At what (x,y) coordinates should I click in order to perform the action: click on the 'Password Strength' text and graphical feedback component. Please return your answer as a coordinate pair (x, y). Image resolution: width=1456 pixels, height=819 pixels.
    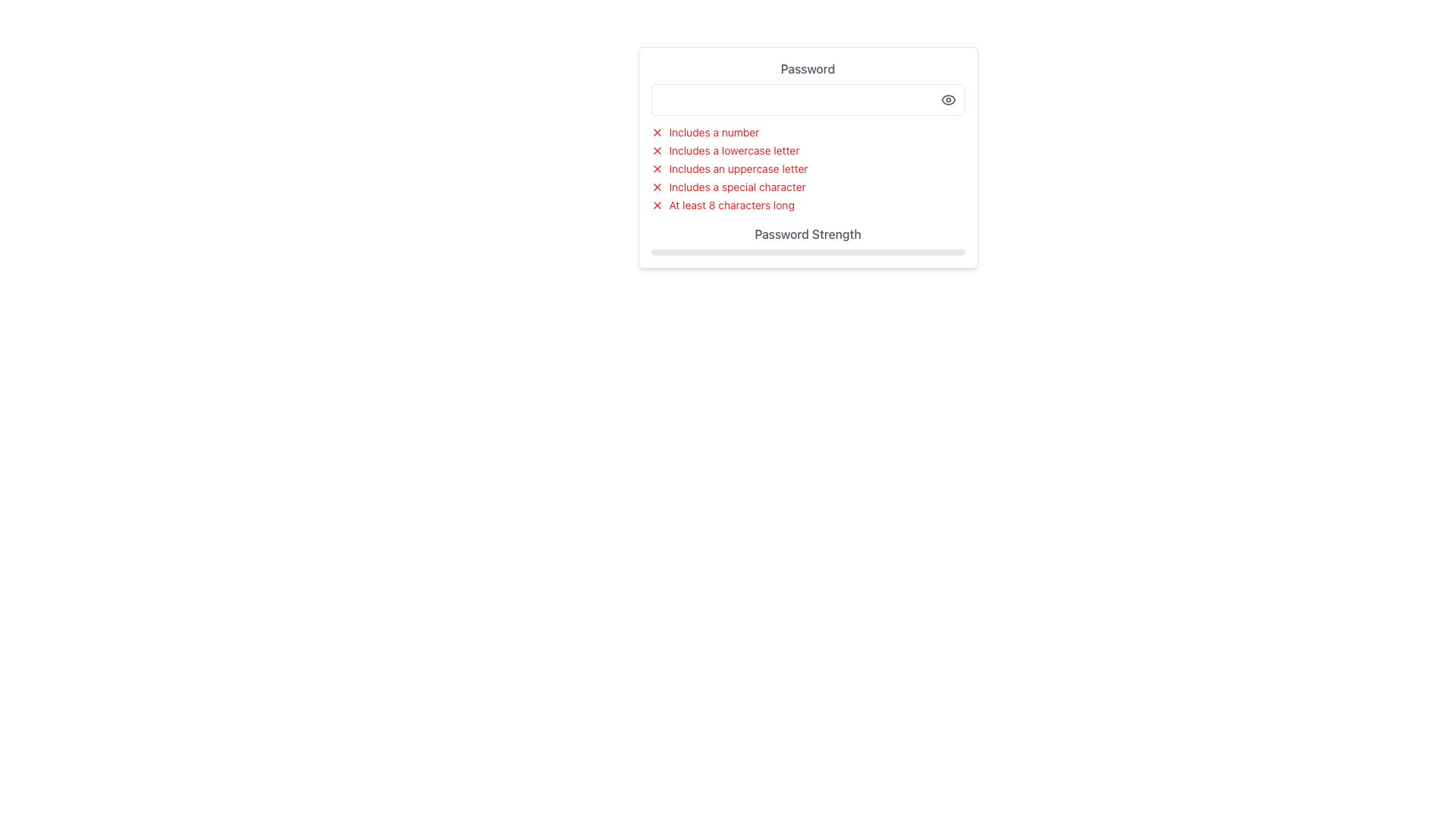
    Looking at the image, I should click on (807, 239).